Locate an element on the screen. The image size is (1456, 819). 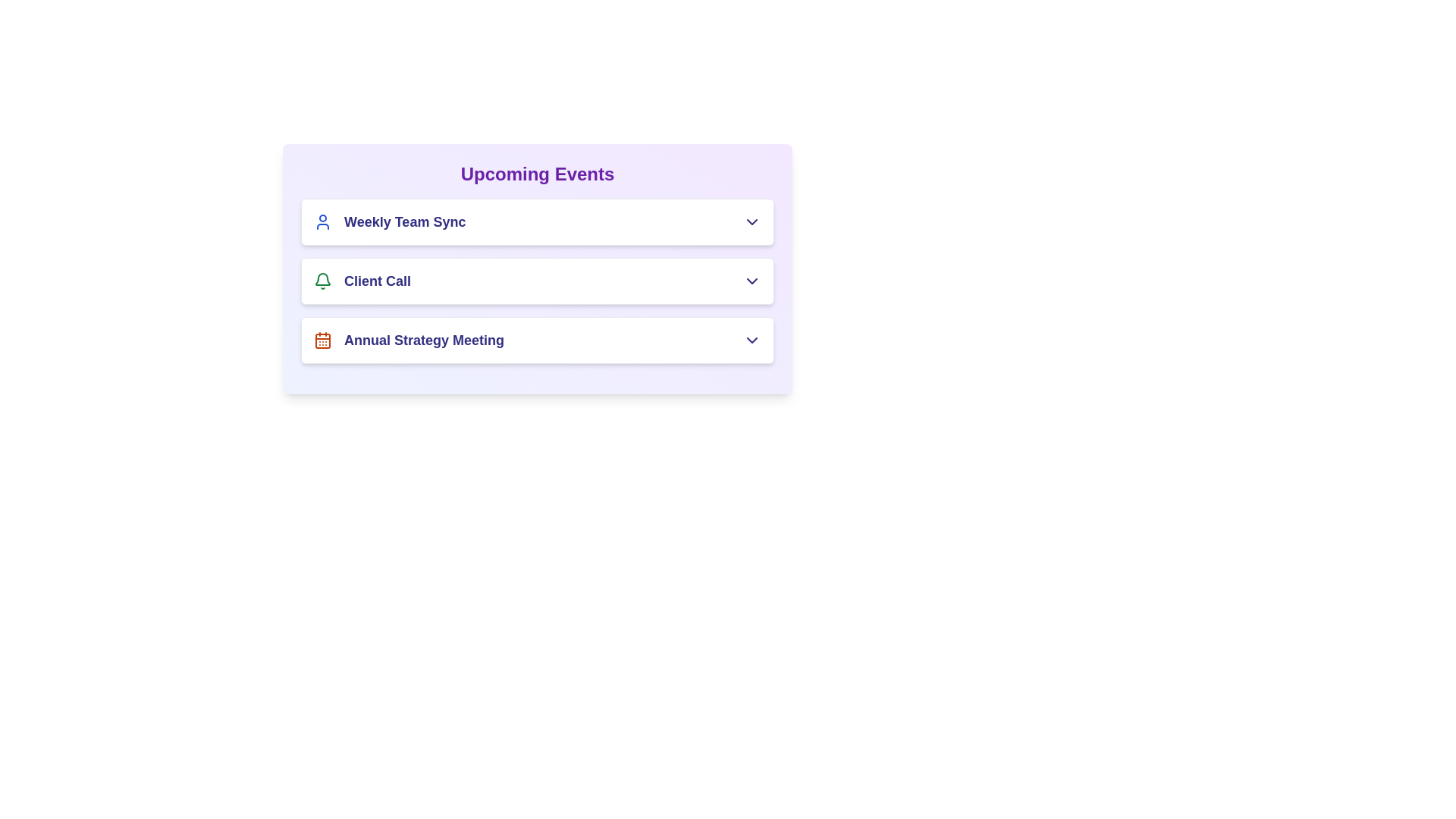
the interactive list item for the event titled 'Client Call' is located at coordinates (538, 281).